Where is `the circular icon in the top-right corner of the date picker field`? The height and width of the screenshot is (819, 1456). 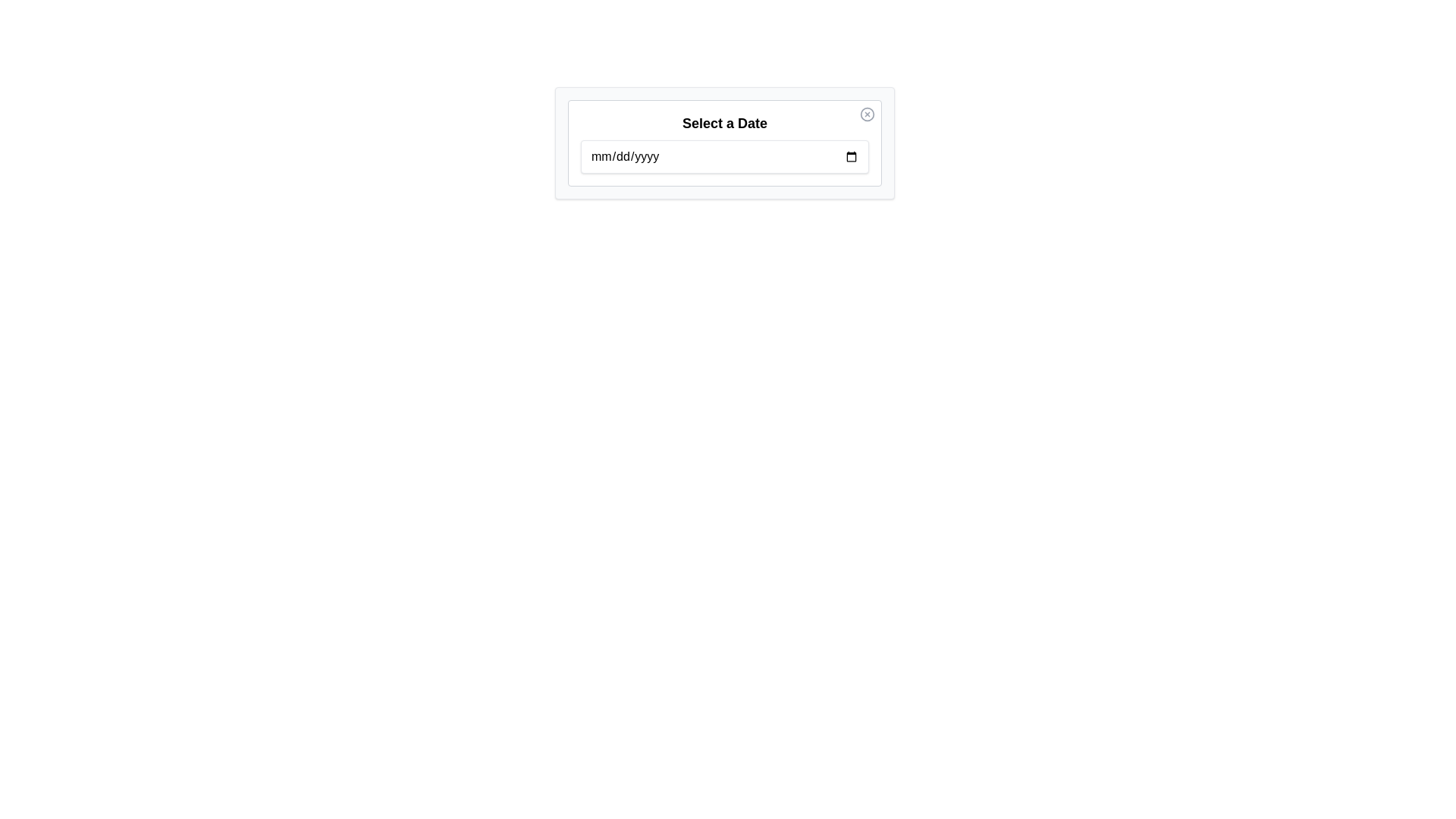 the circular icon in the top-right corner of the date picker field is located at coordinates (867, 113).